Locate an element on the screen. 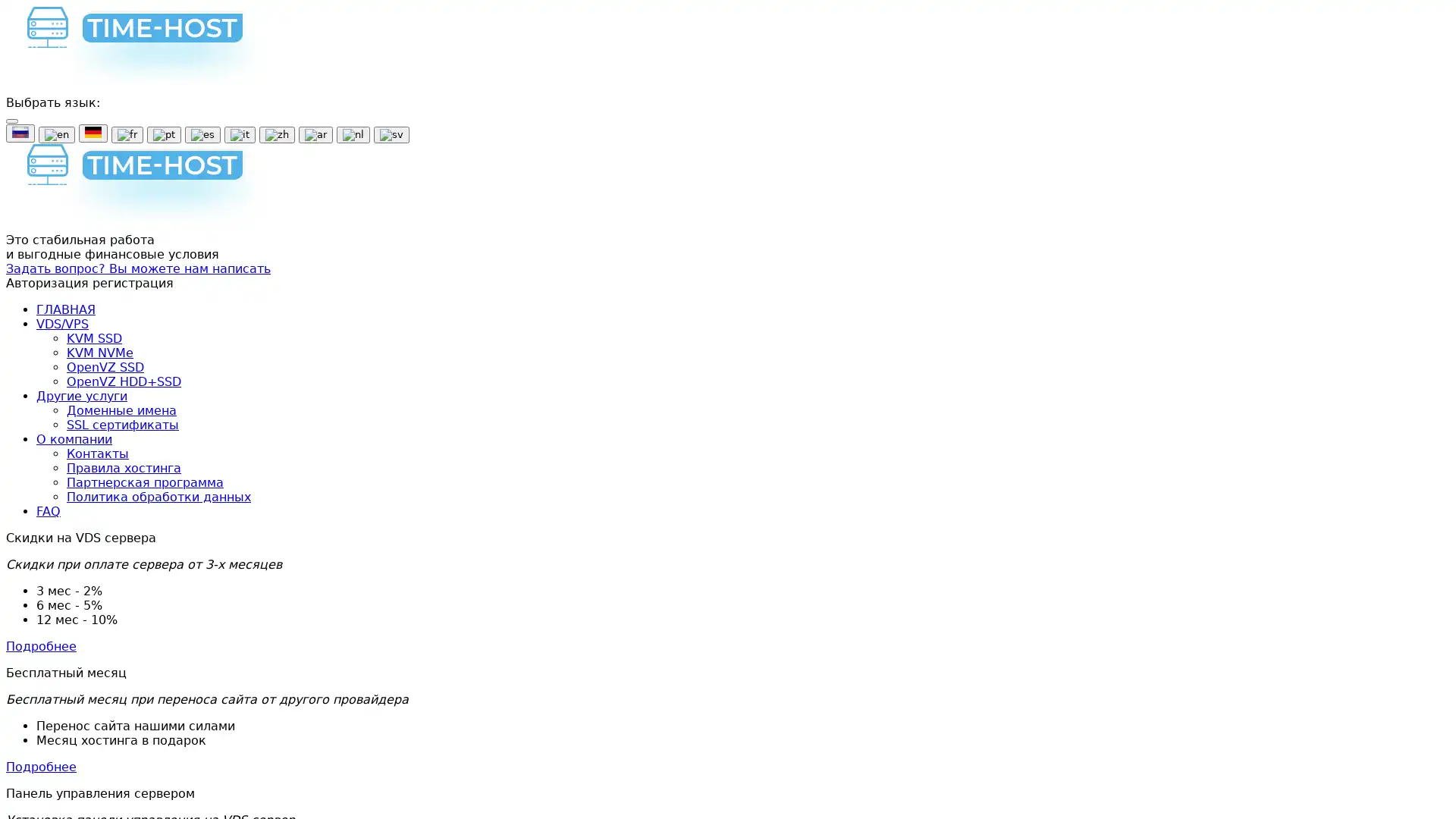 Image resolution: width=1456 pixels, height=819 pixels. pt is located at coordinates (164, 133).